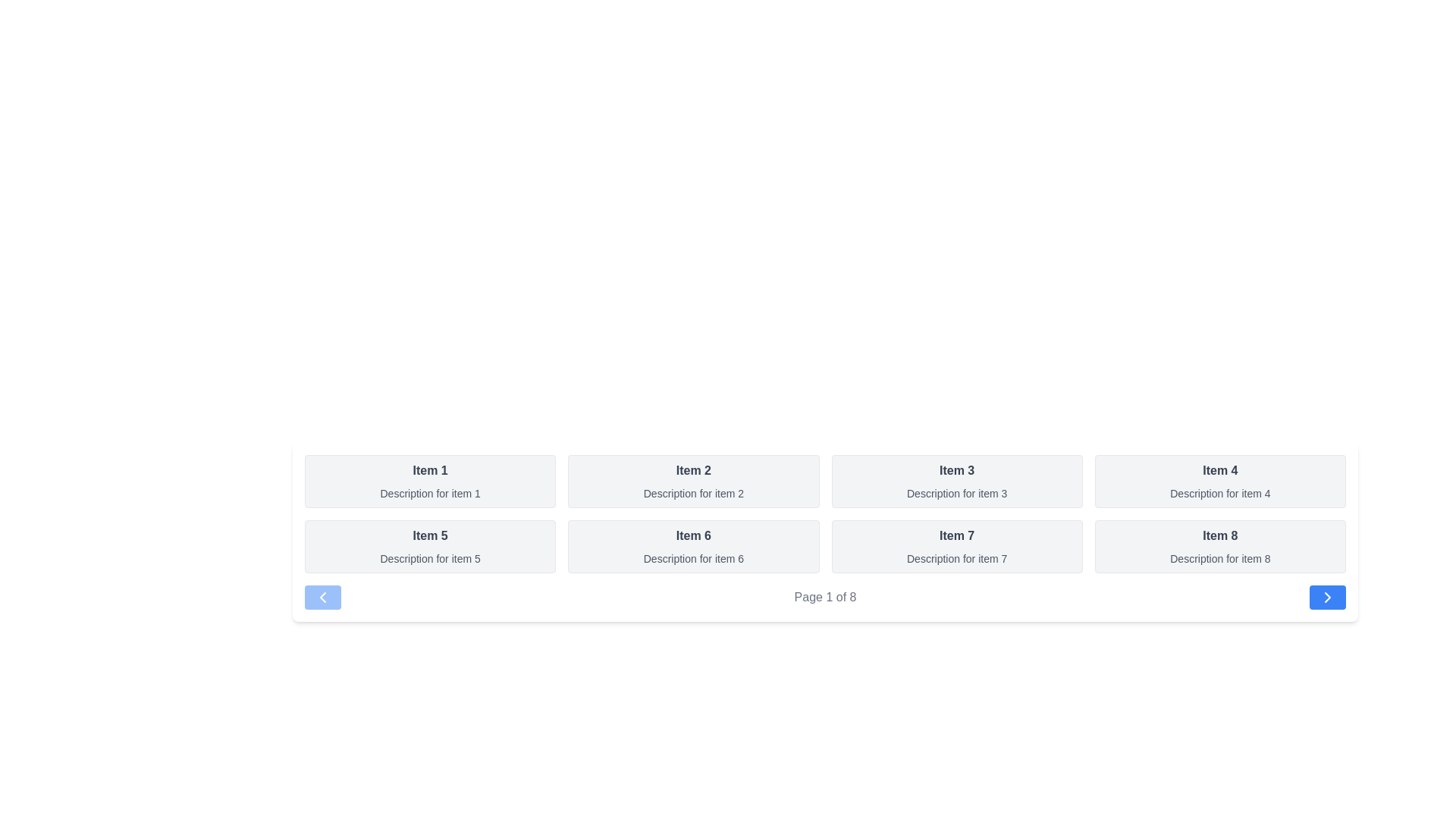 Image resolution: width=1456 pixels, height=819 pixels. Describe the element at coordinates (1327, 596) in the screenshot. I see `the blue button with rounded corners that has a rightward-pointing chevron arrow symbol, located at the right-most position of the pagination controls` at that location.